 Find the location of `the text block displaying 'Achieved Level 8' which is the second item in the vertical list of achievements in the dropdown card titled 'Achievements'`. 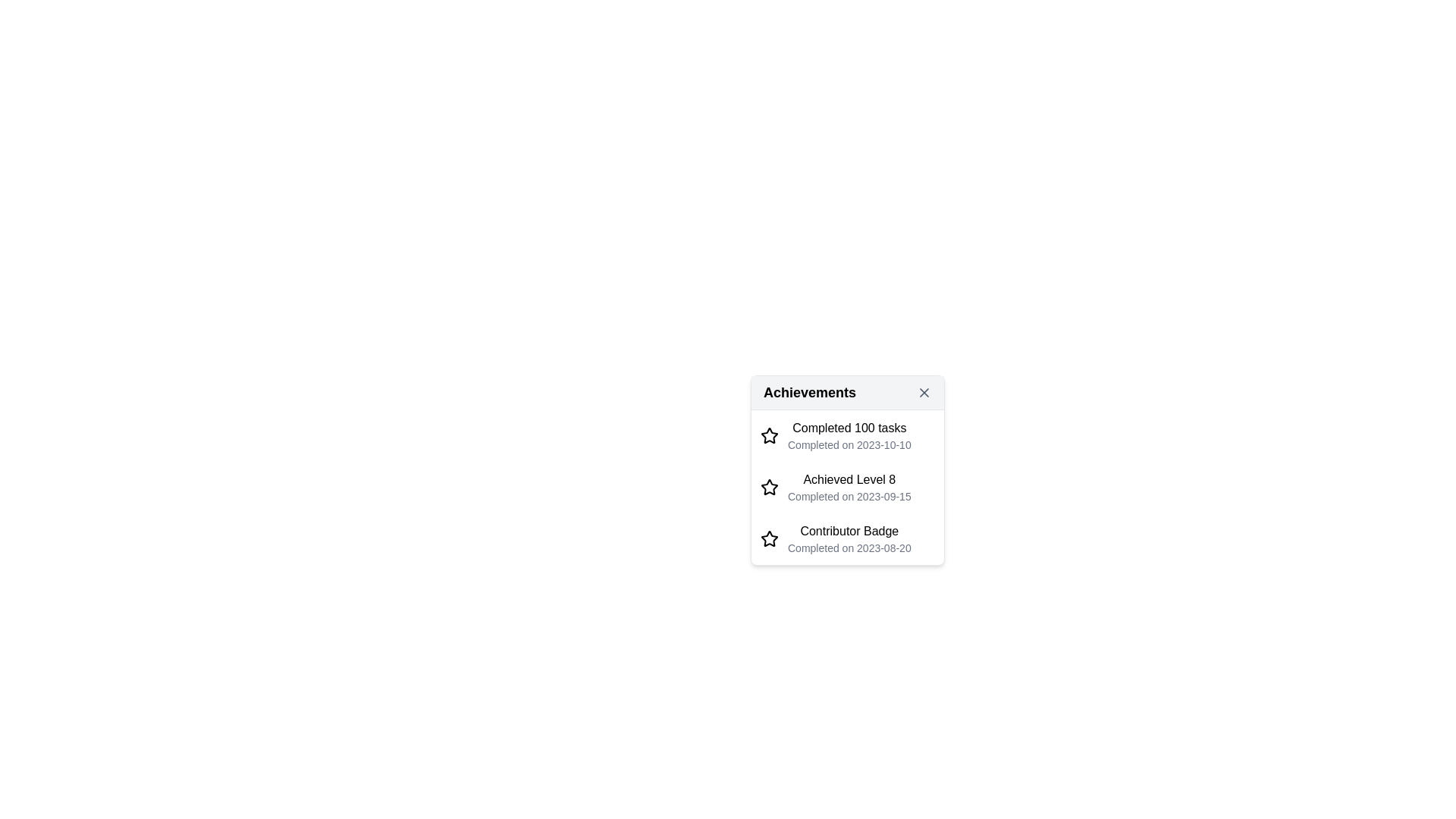

the text block displaying 'Achieved Level 8' which is the second item in the vertical list of achievements in the dropdown card titled 'Achievements' is located at coordinates (847, 487).